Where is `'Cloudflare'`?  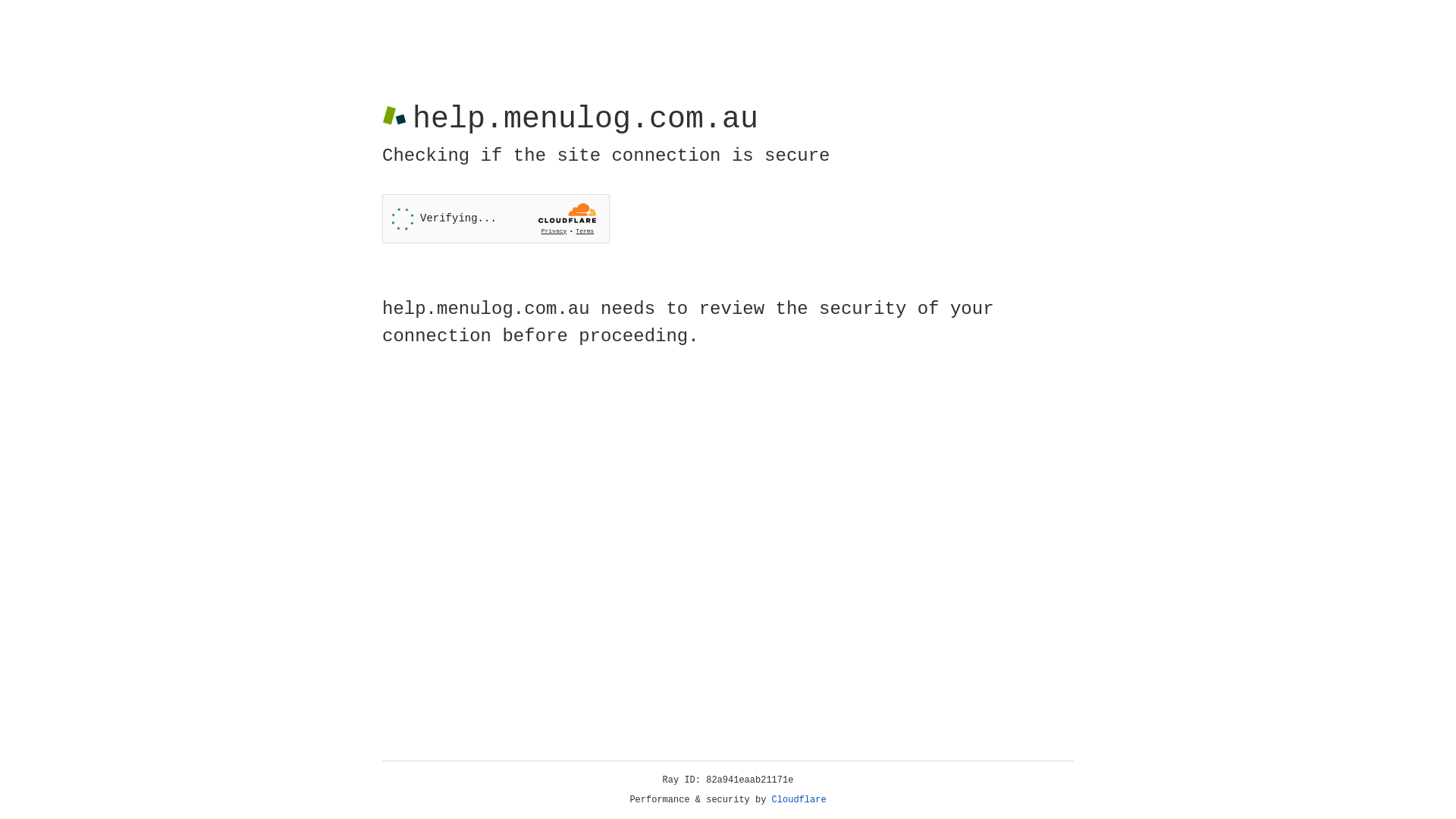
'Cloudflare' is located at coordinates (799, 799).